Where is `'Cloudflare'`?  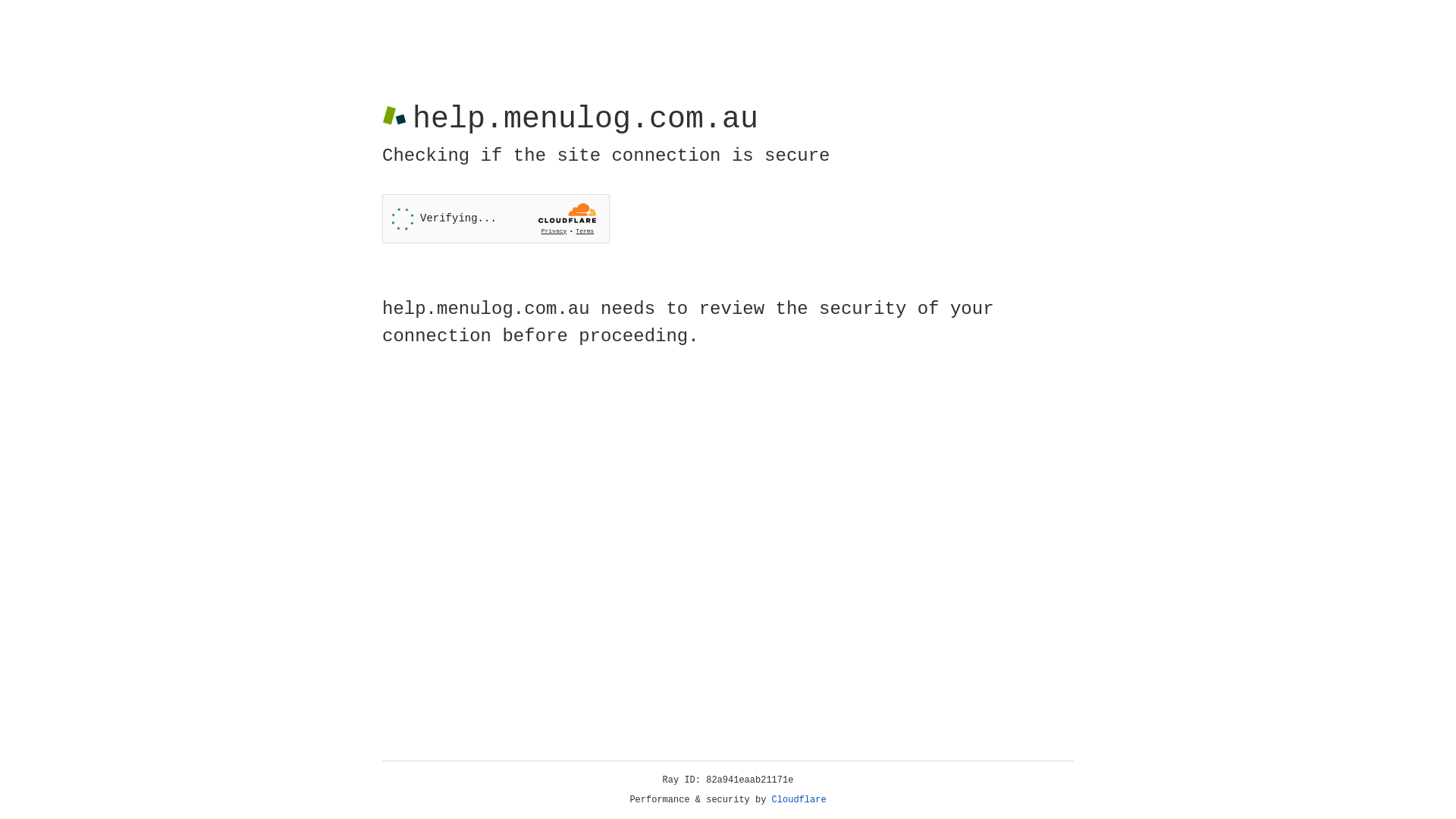
'Cloudflare' is located at coordinates (799, 799).